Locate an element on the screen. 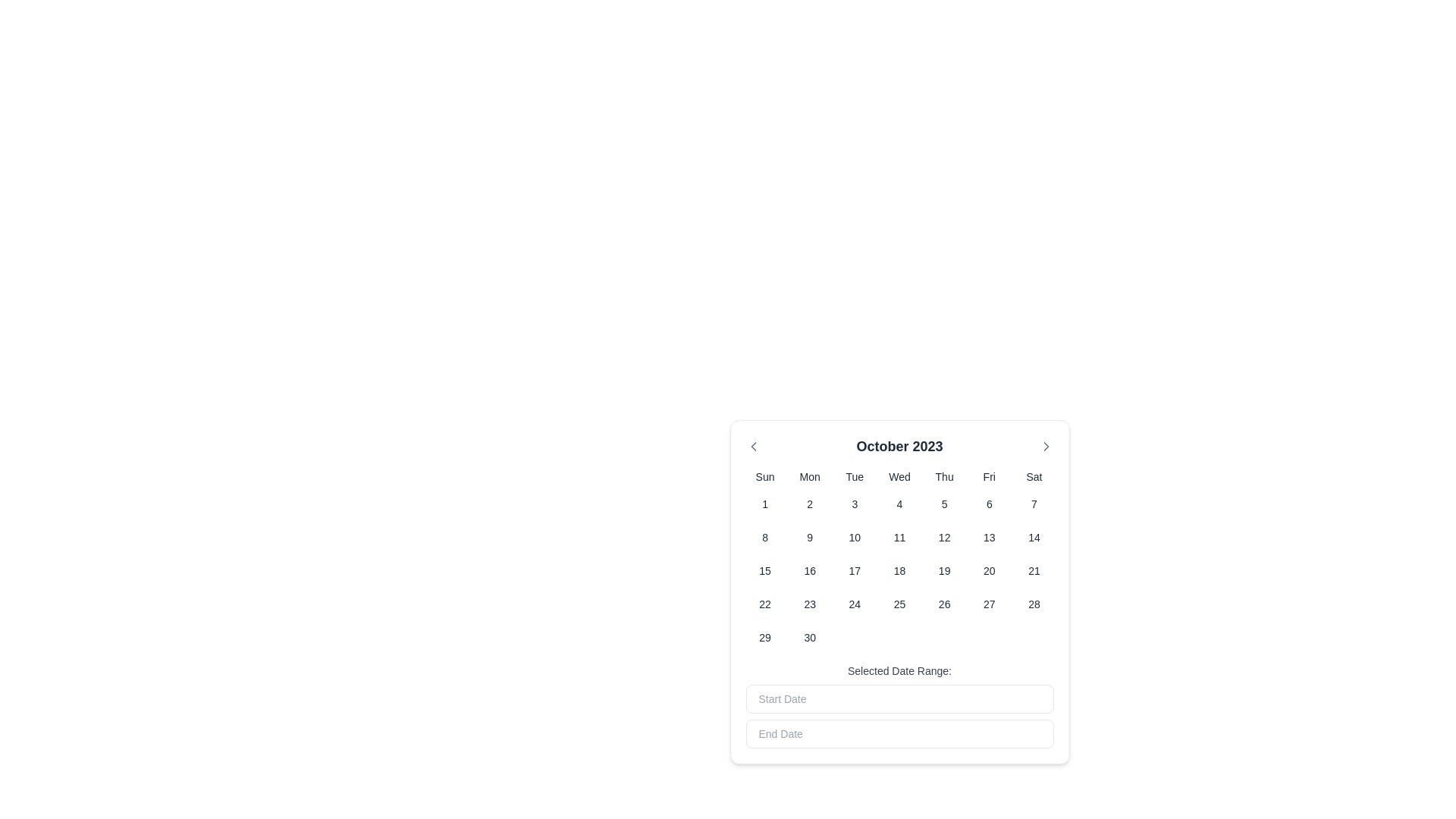  the clickable calendar cell displaying the number '23' located in the fourth column and fourth row of the calendar grid is located at coordinates (809, 604).